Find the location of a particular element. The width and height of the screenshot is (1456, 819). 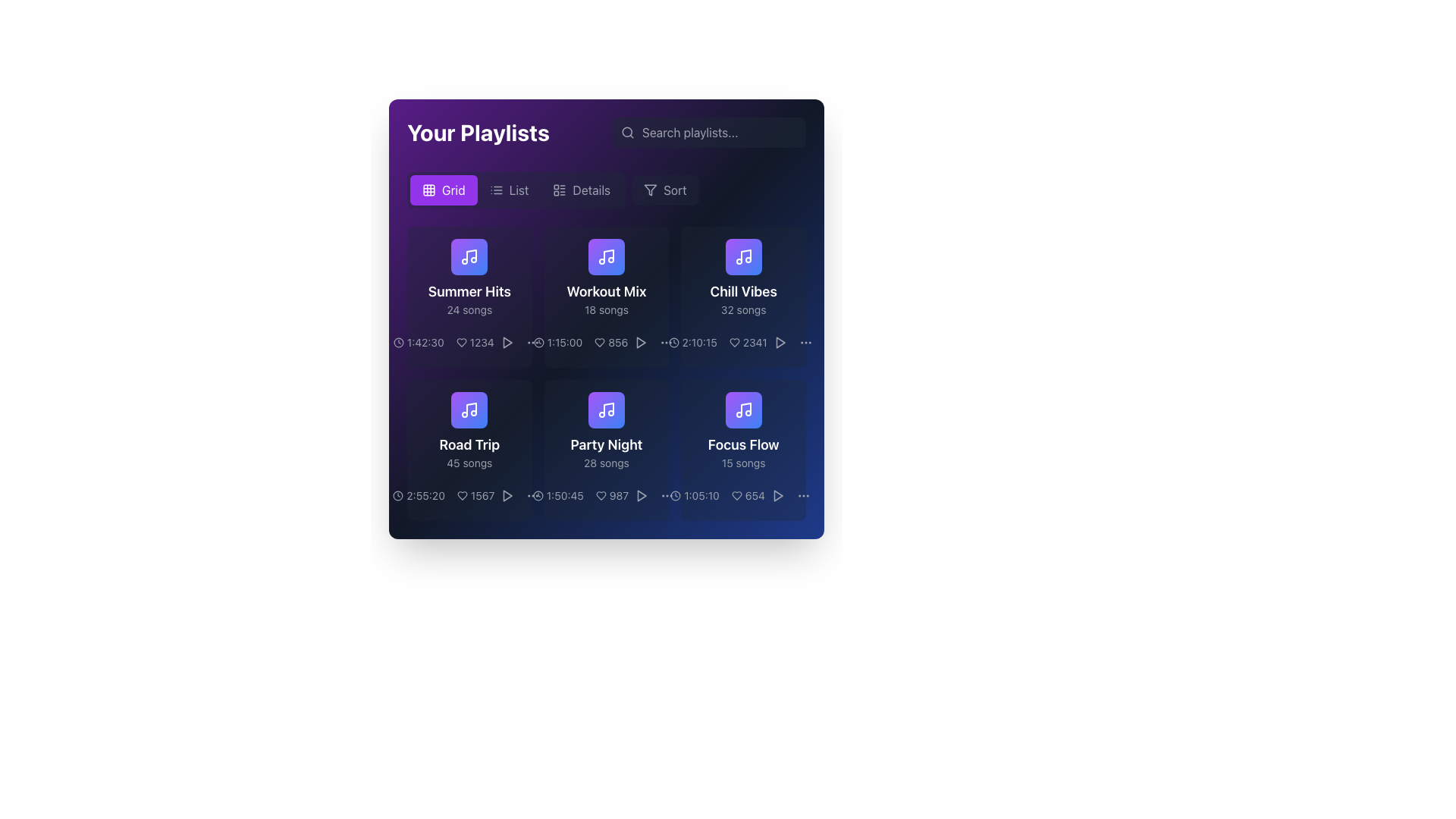

the text label displaying '15 songs' which is located below the title 'Focus Flow' in the bottom-right card of the playlist grid view is located at coordinates (743, 462).